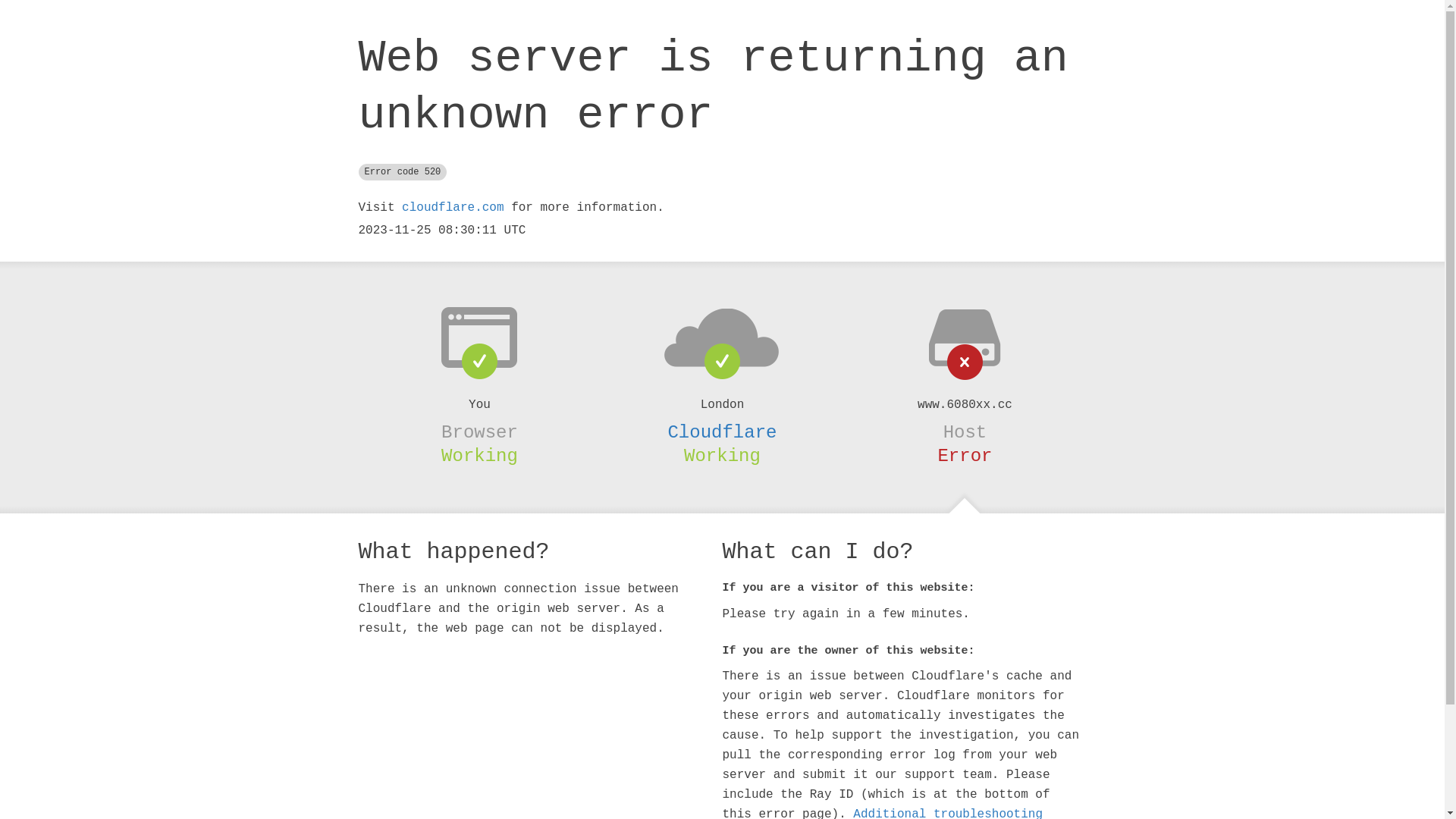 This screenshot has width=1456, height=819. Describe the element at coordinates (451, 207) in the screenshot. I see `'cloudflare.com'` at that location.